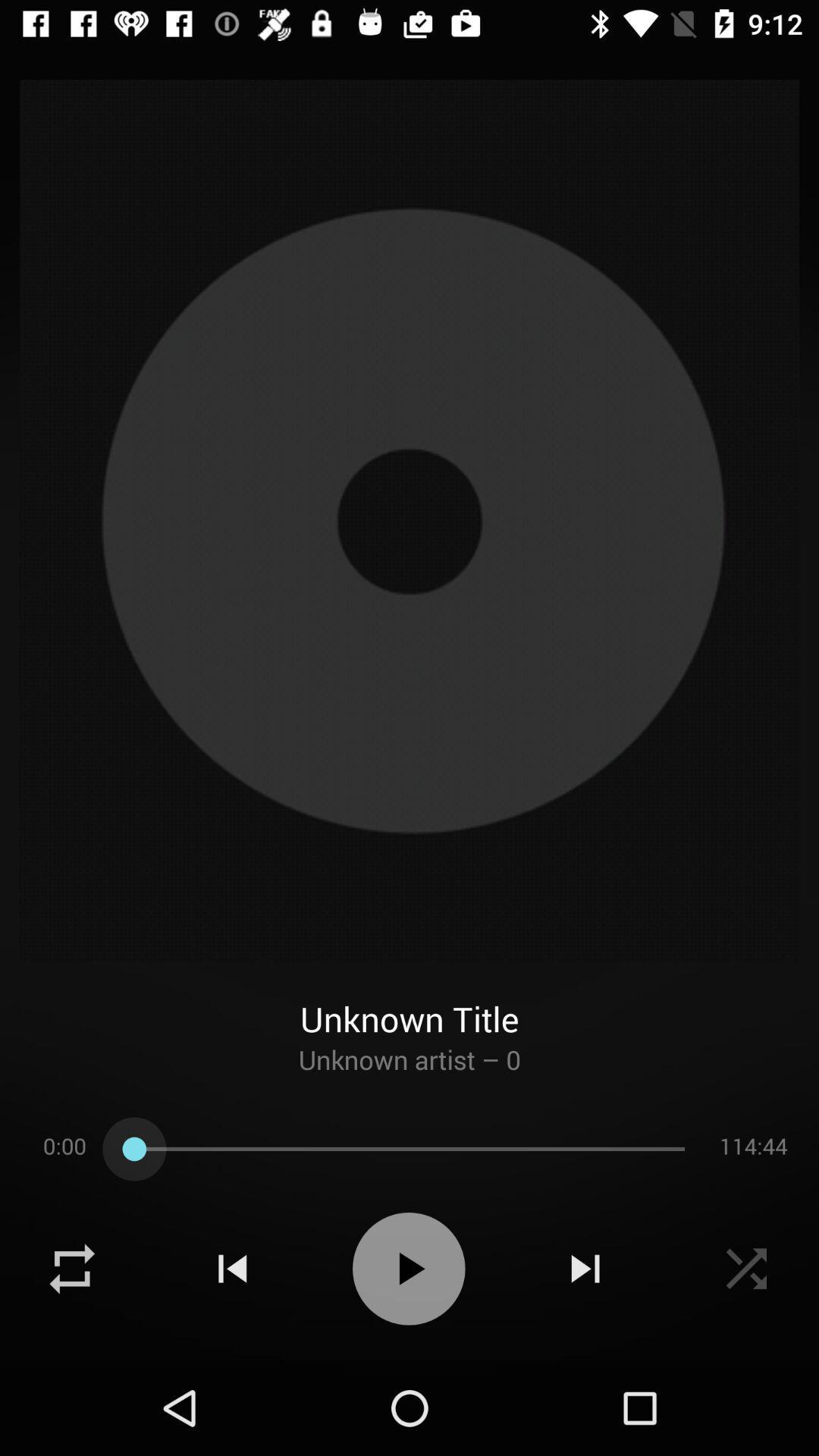  Describe the element at coordinates (232, 1269) in the screenshot. I see `the skip_previous icon` at that location.